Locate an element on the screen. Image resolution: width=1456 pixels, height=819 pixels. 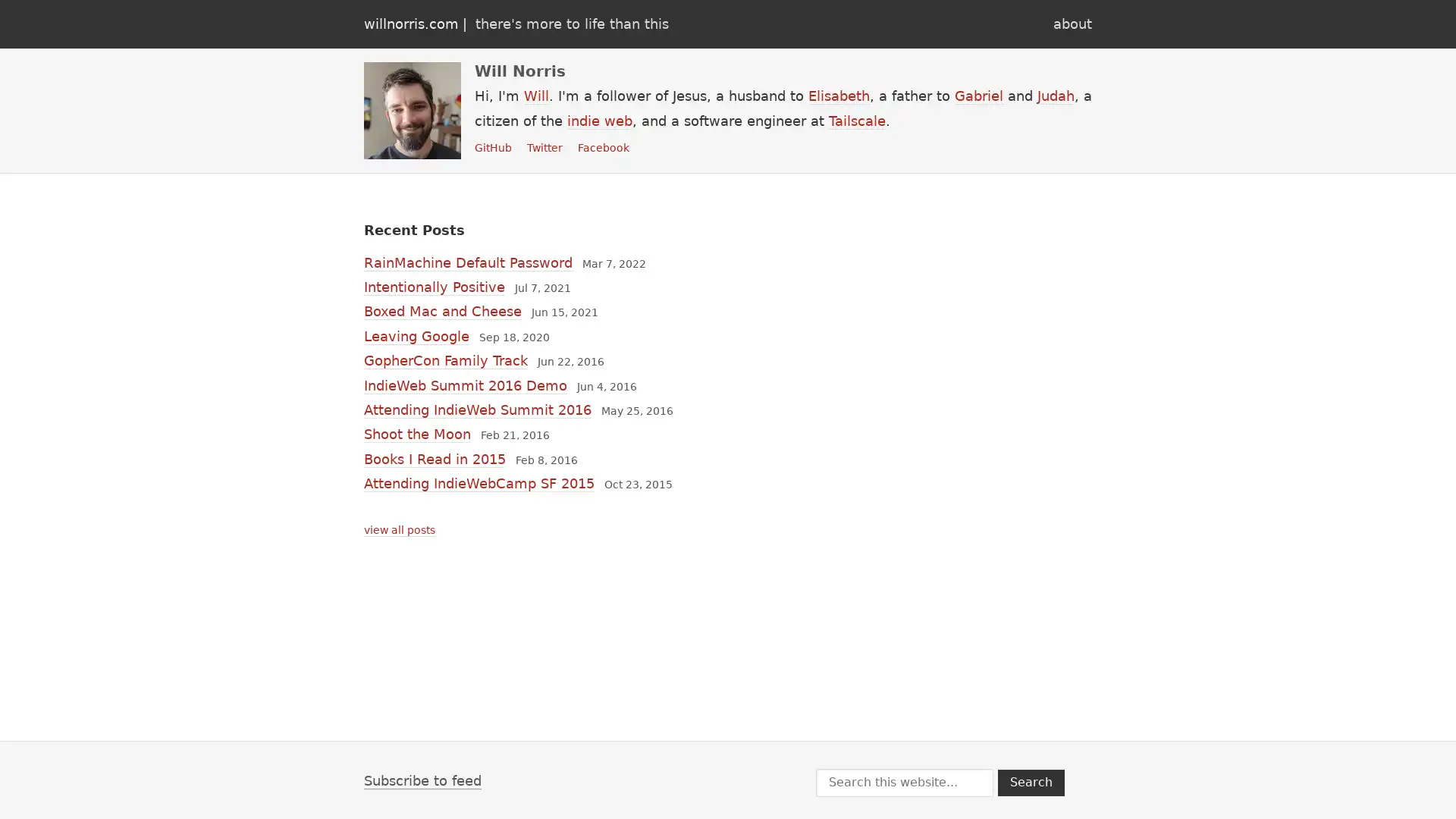
Search is located at coordinates (1031, 783).